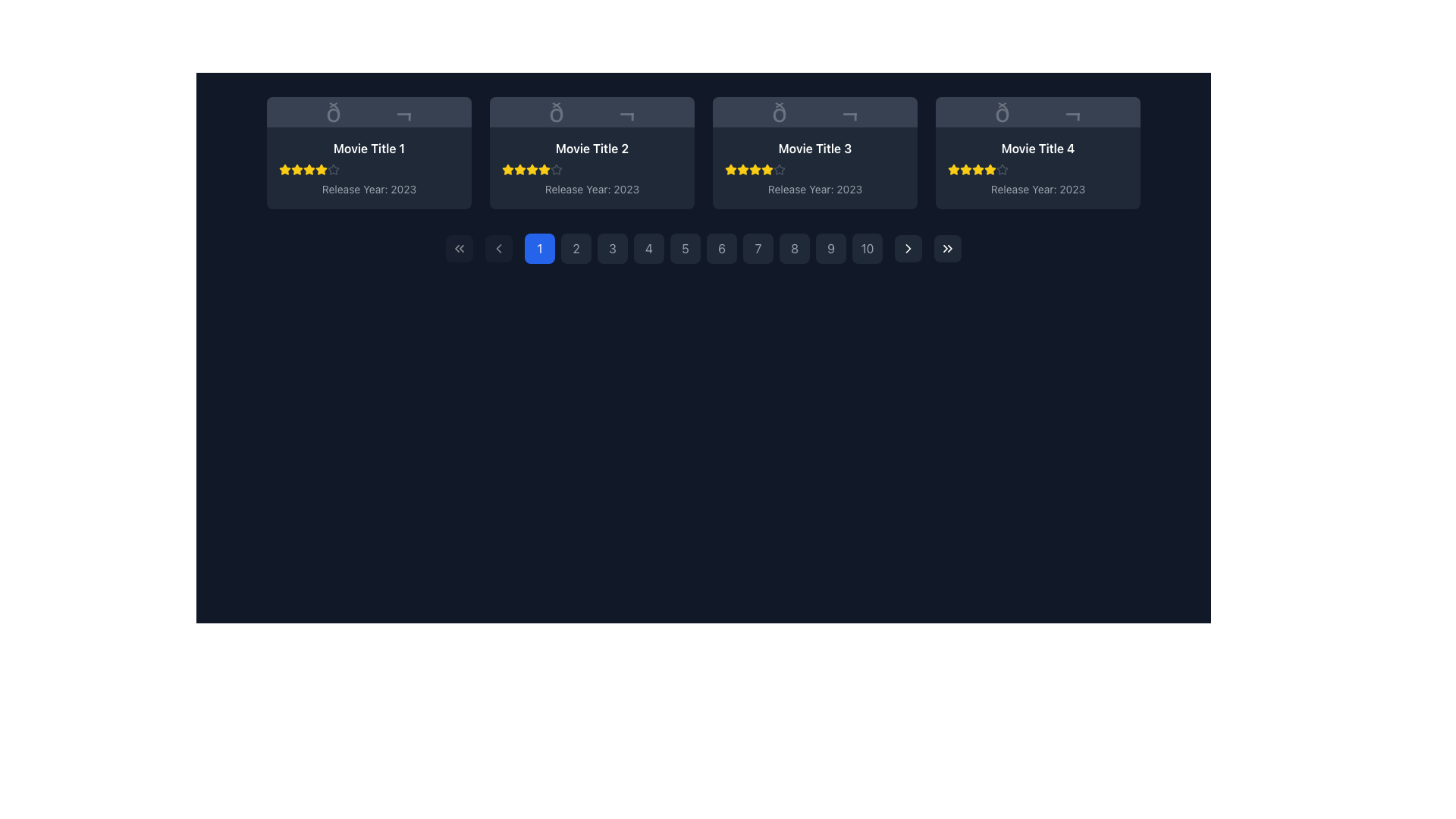 This screenshot has width=1456, height=819. I want to click on the pagination button labeled '8' located near the bottom center of the layout, so click(793, 247).